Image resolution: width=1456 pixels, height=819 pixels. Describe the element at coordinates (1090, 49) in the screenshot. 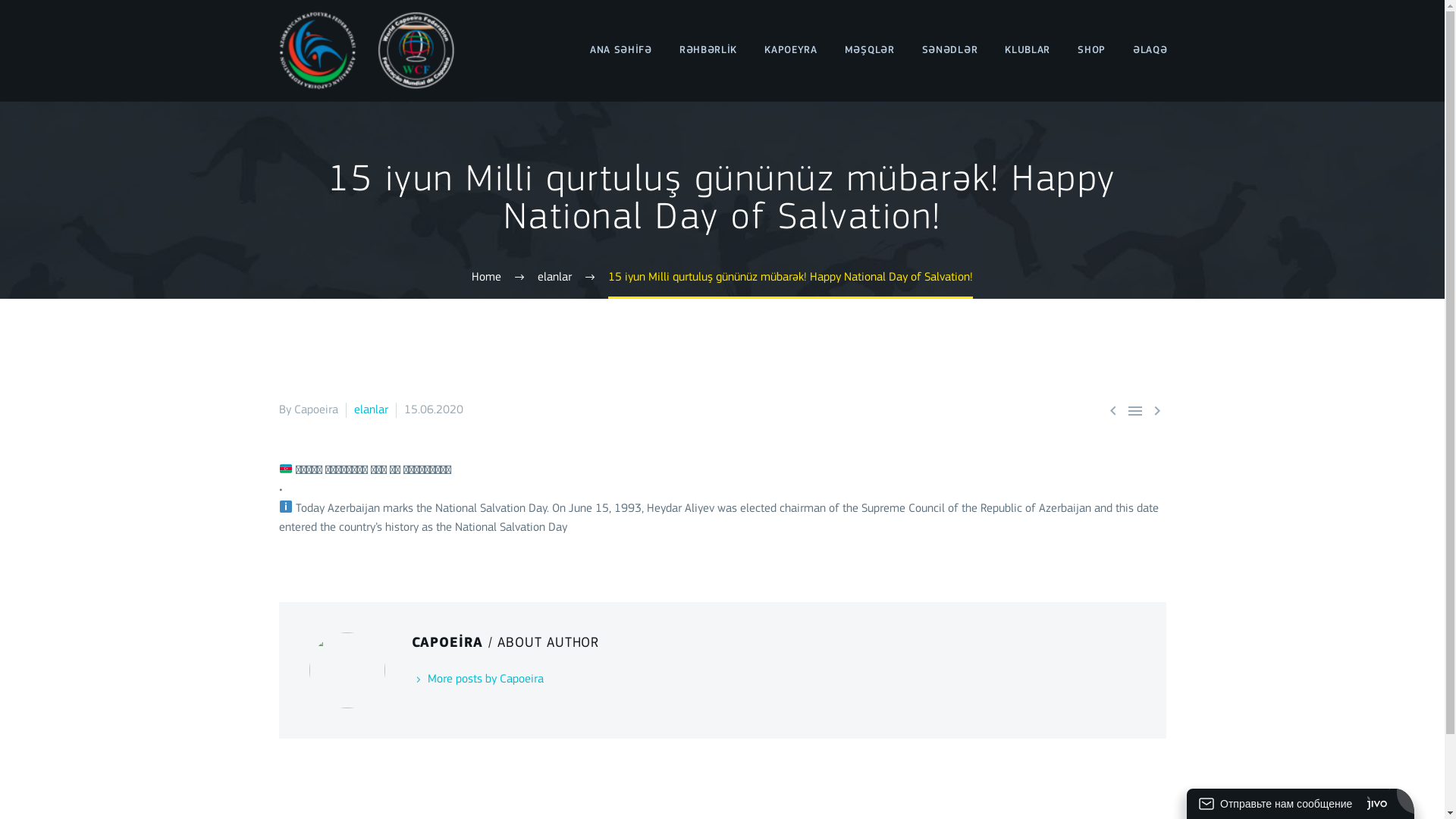

I see `'SHOP'` at that location.